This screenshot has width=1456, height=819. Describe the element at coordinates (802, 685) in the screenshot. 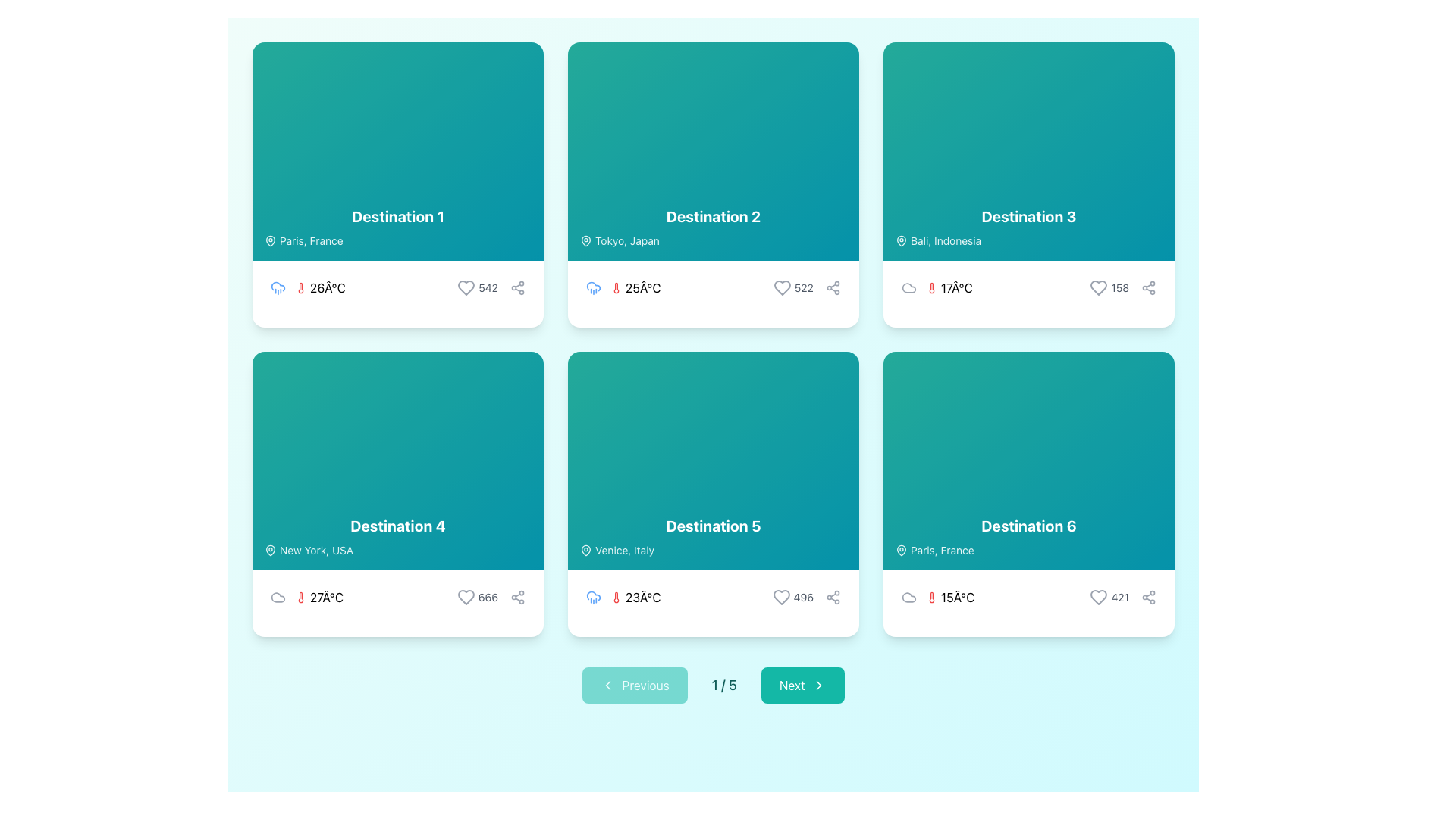

I see `the teal 'Next' button with rounded corners that displays the text 'Next' in white` at that location.